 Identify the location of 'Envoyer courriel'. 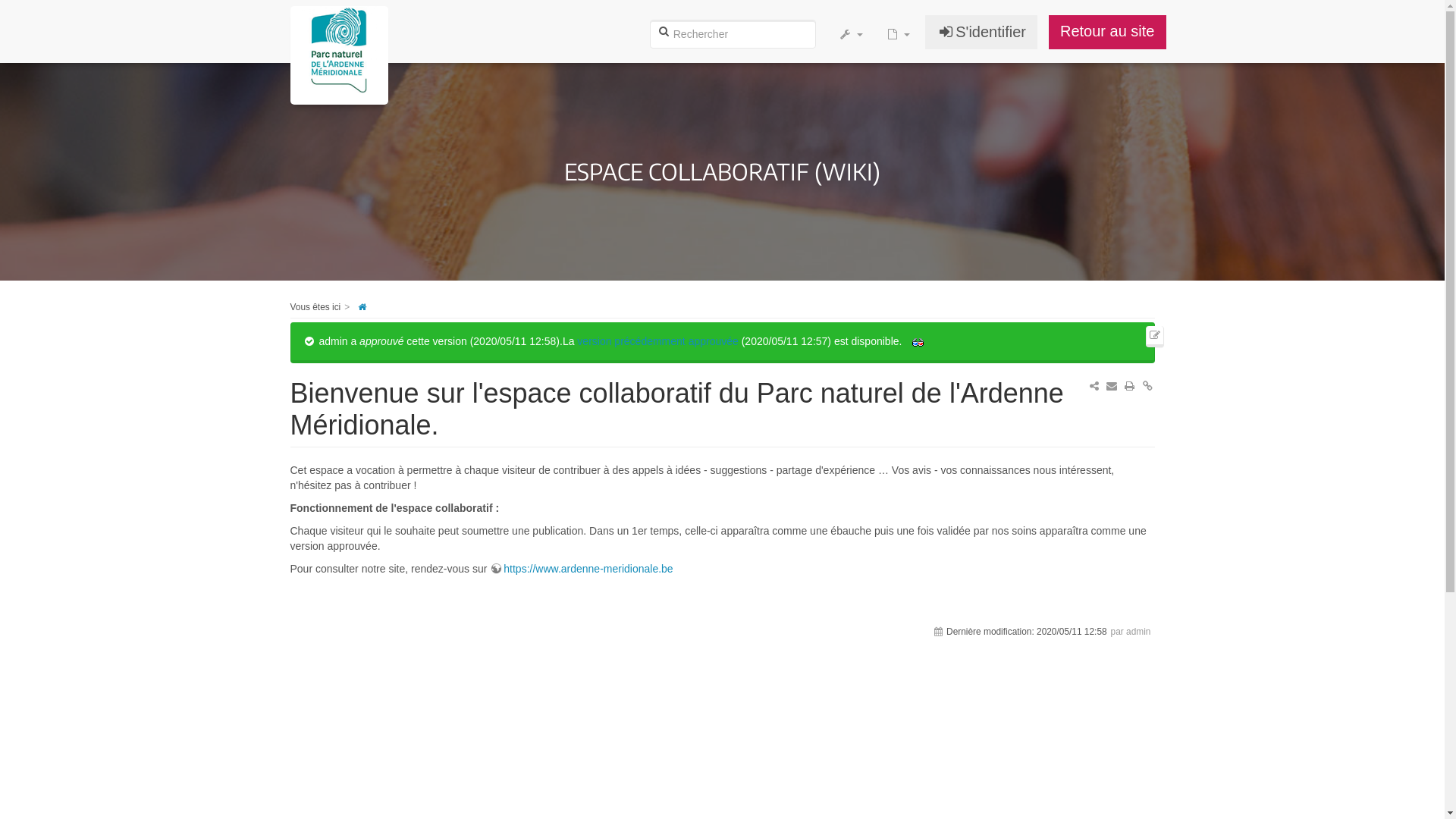
(1105, 385).